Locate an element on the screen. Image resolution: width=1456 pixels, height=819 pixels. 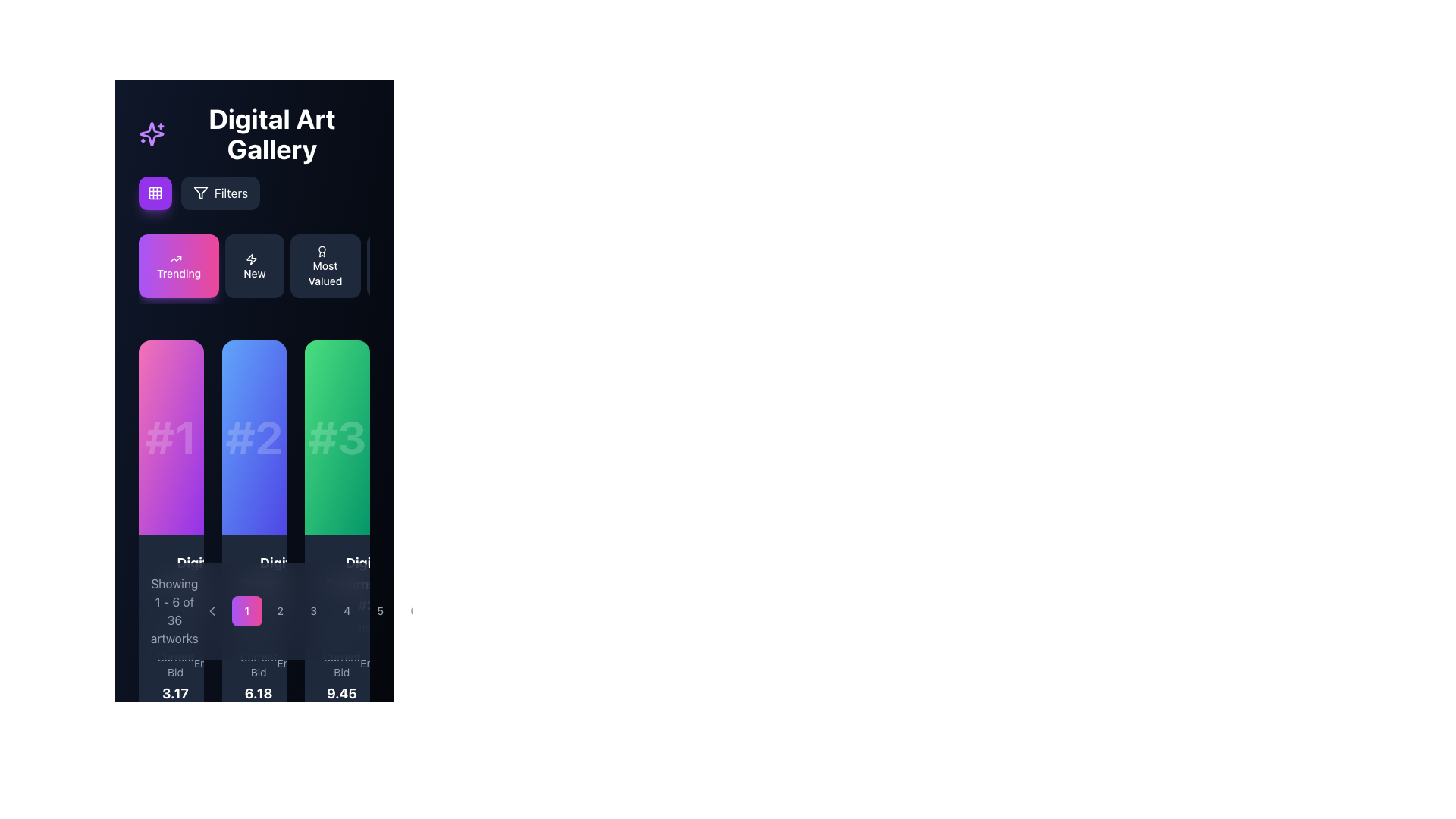
the square button displaying the numeral '3' is located at coordinates (312, 610).